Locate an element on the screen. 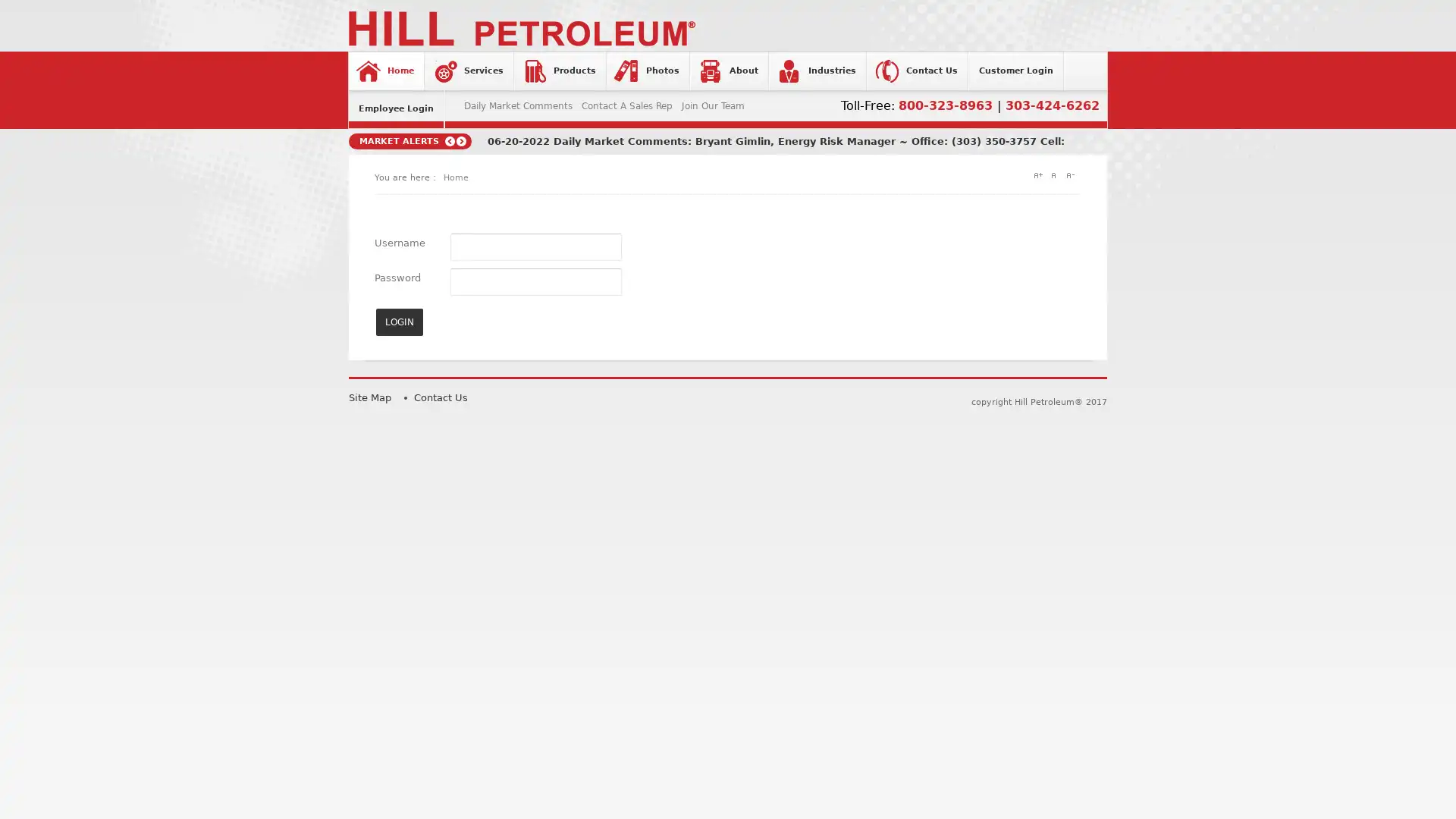 The height and width of the screenshot is (819, 1456). LOGIN is located at coordinates (400, 321).